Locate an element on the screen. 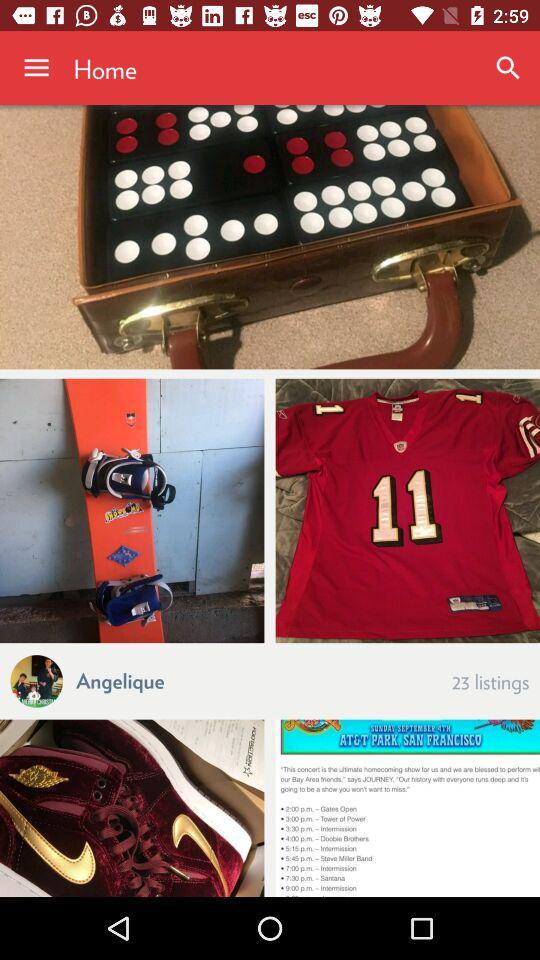 The height and width of the screenshot is (960, 540). the item at the top right corner is located at coordinates (508, 68).